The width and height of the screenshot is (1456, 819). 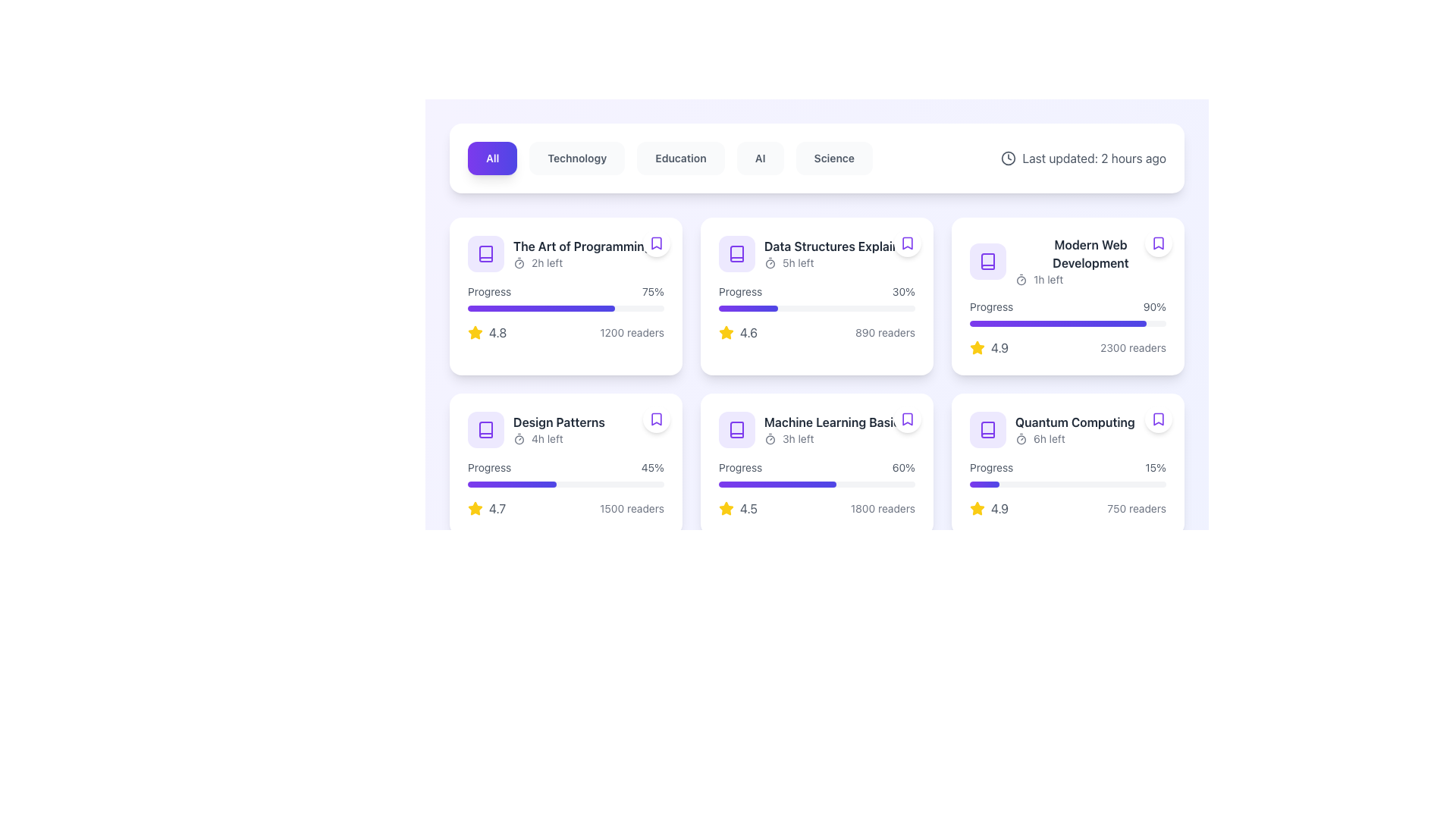 I want to click on the text label displaying '75%' indicating progress percentage, located immediately to the right of the word 'Progress' in the card labeled 'The Art of Programming.', so click(x=653, y=292).